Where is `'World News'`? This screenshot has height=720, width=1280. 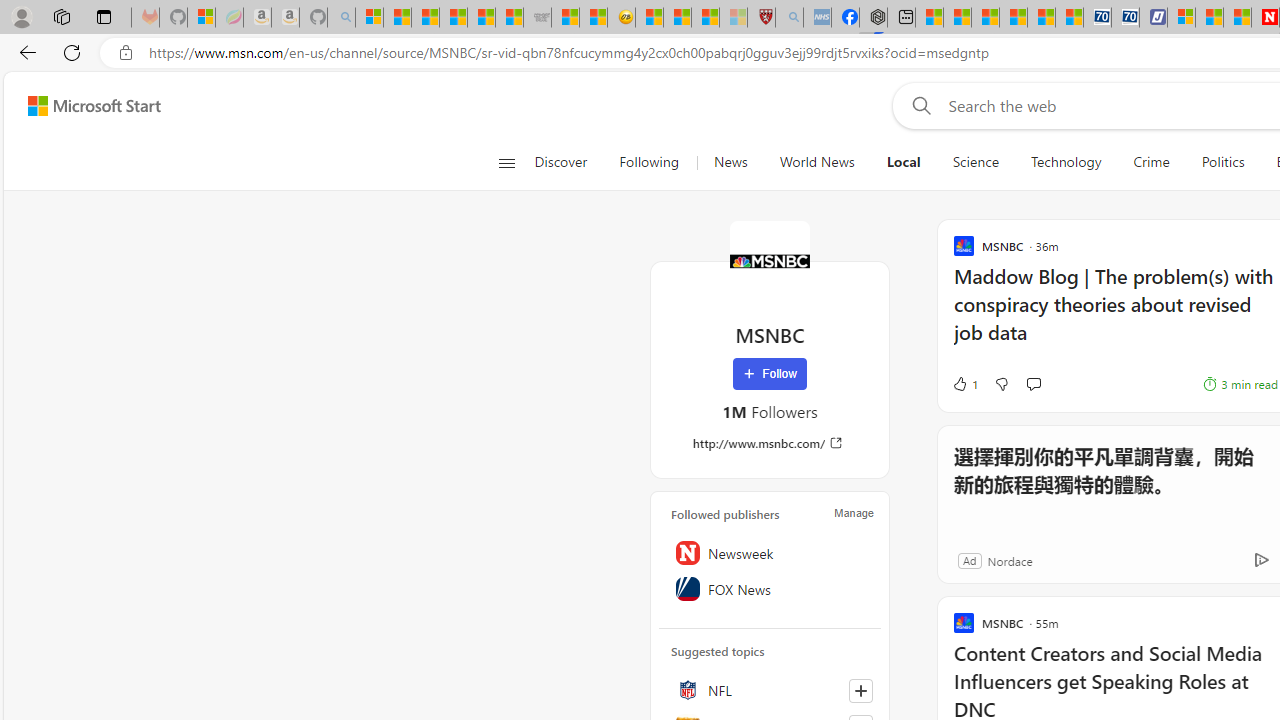
'World News' is located at coordinates (816, 162).